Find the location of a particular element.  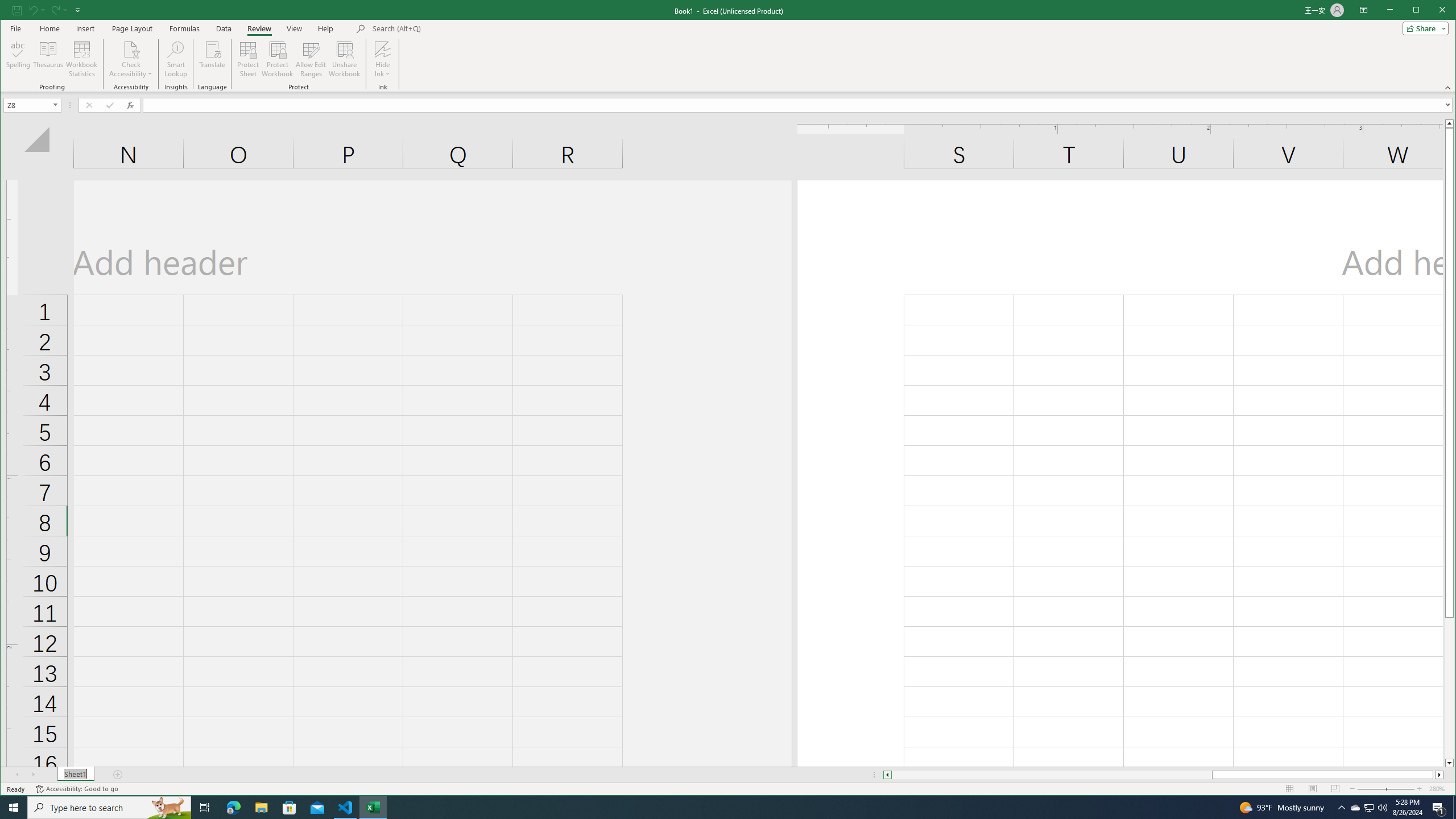

'User Promoted Notification Area' is located at coordinates (1368, 806).